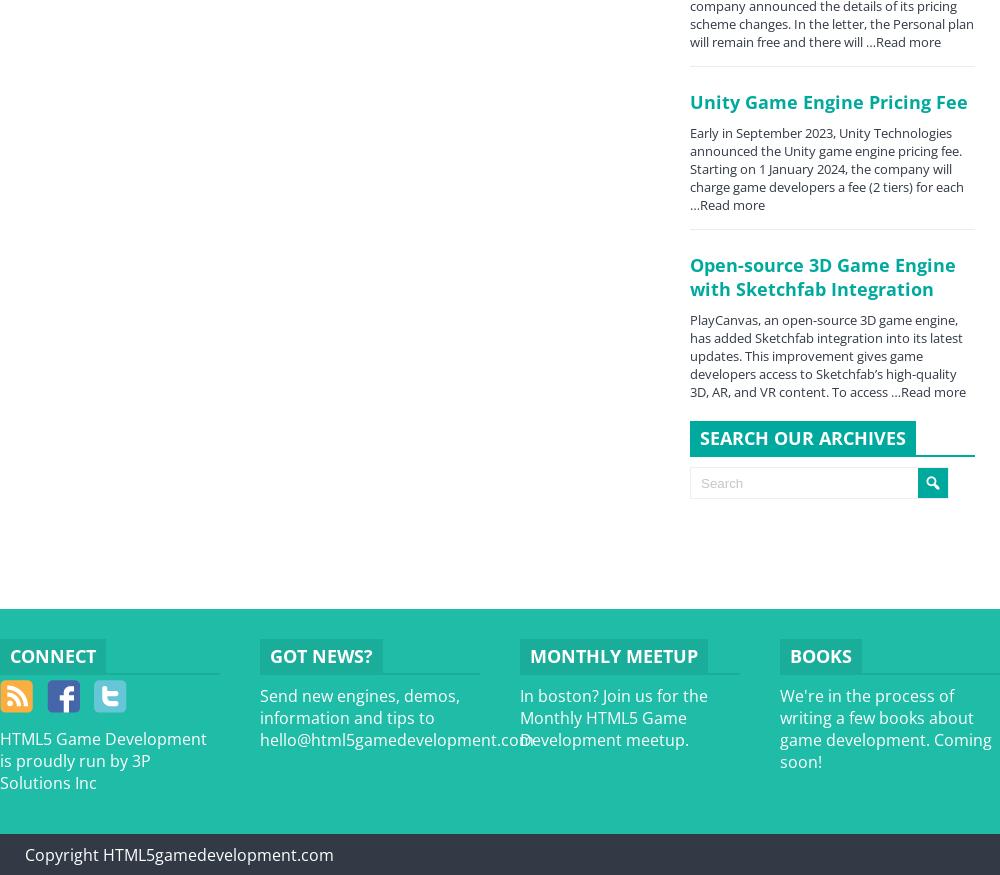 The height and width of the screenshot is (875, 1000). Describe the element at coordinates (179, 854) in the screenshot. I see `'Copyright HTML5gamedevelopment.com'` at that location.